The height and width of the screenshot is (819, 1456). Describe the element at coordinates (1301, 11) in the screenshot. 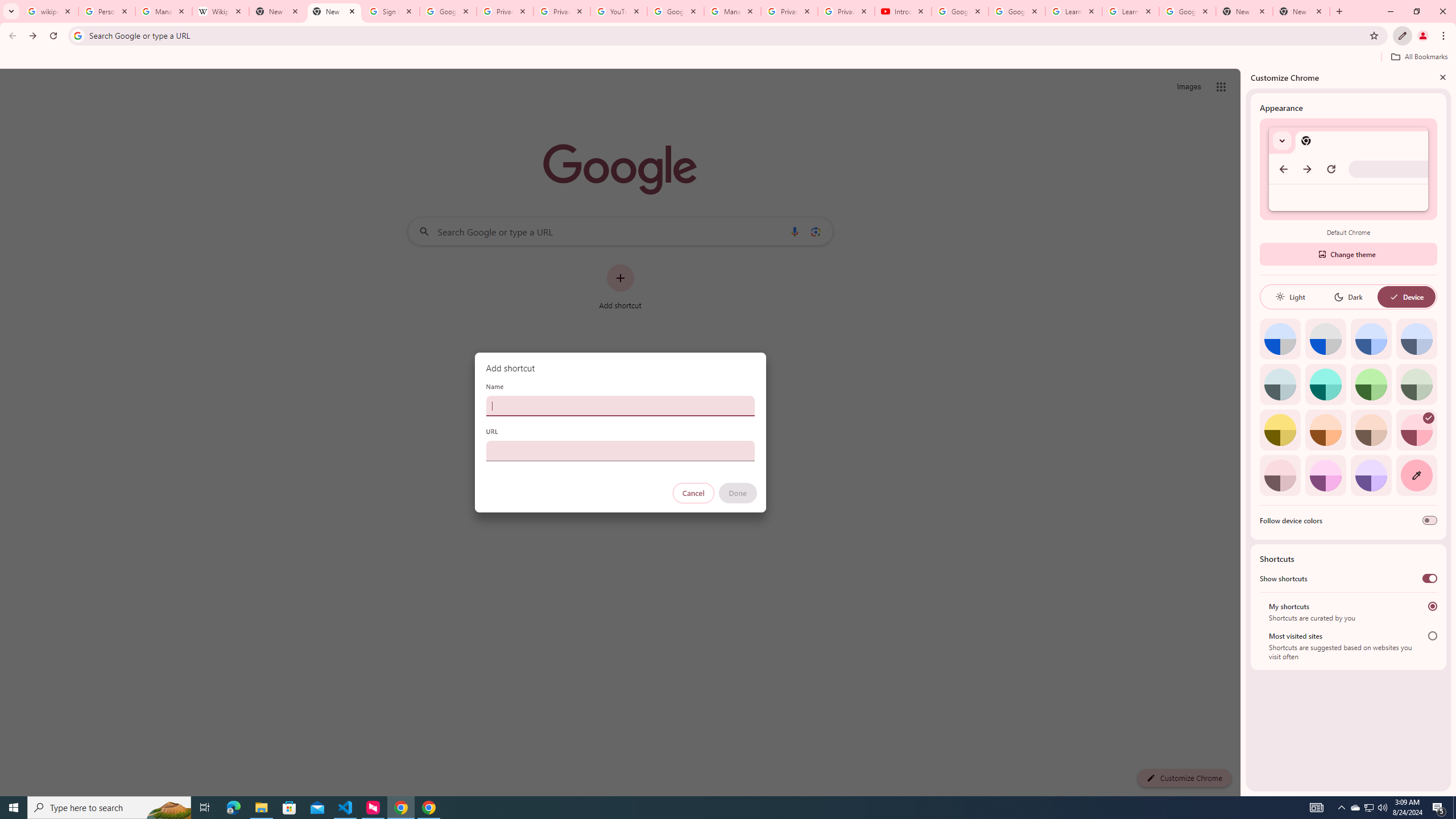

I see `'New Tab'` at that location.